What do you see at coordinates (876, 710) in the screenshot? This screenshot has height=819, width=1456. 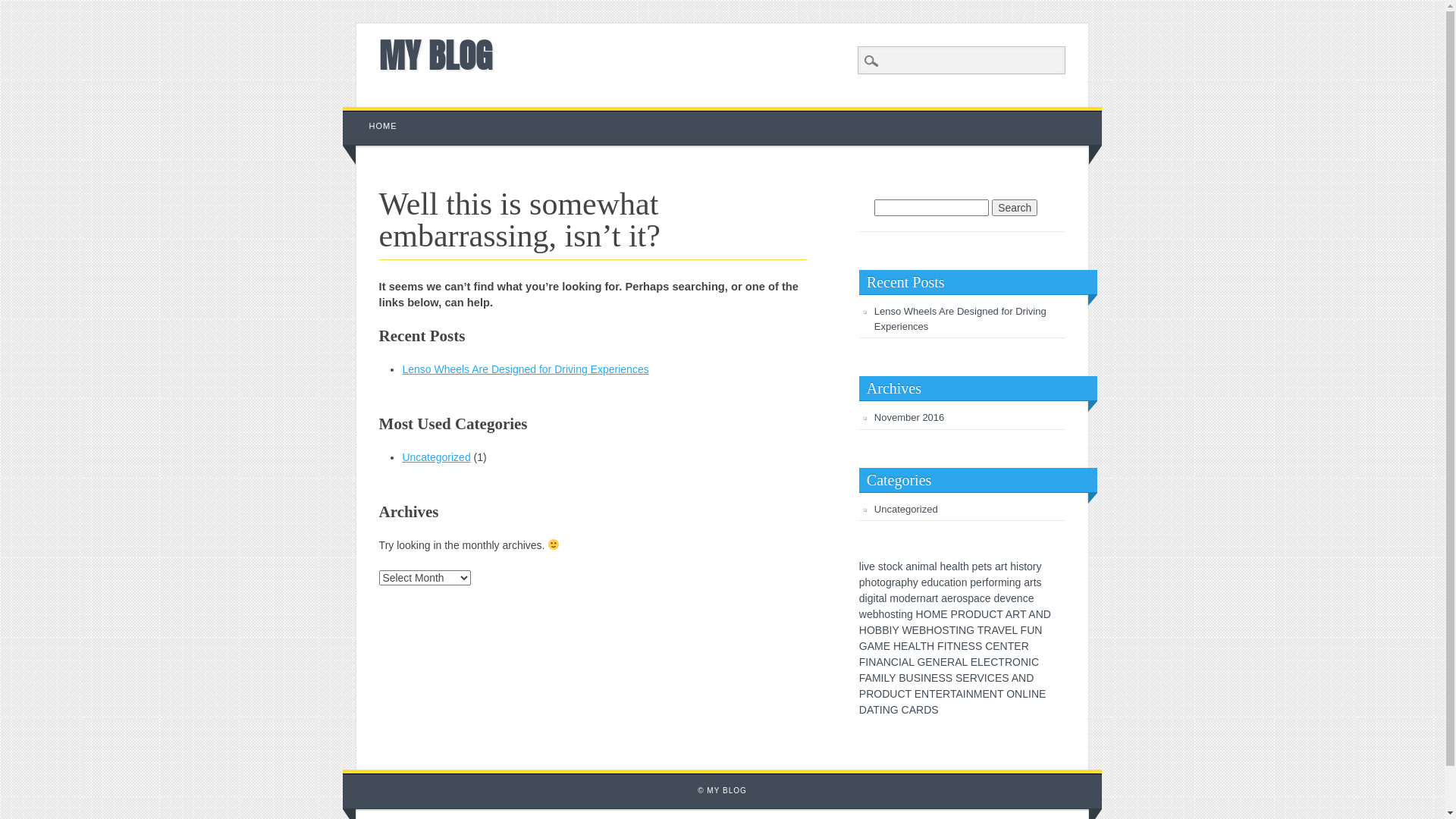 I see `'T'` at bounding box center [876, 710].